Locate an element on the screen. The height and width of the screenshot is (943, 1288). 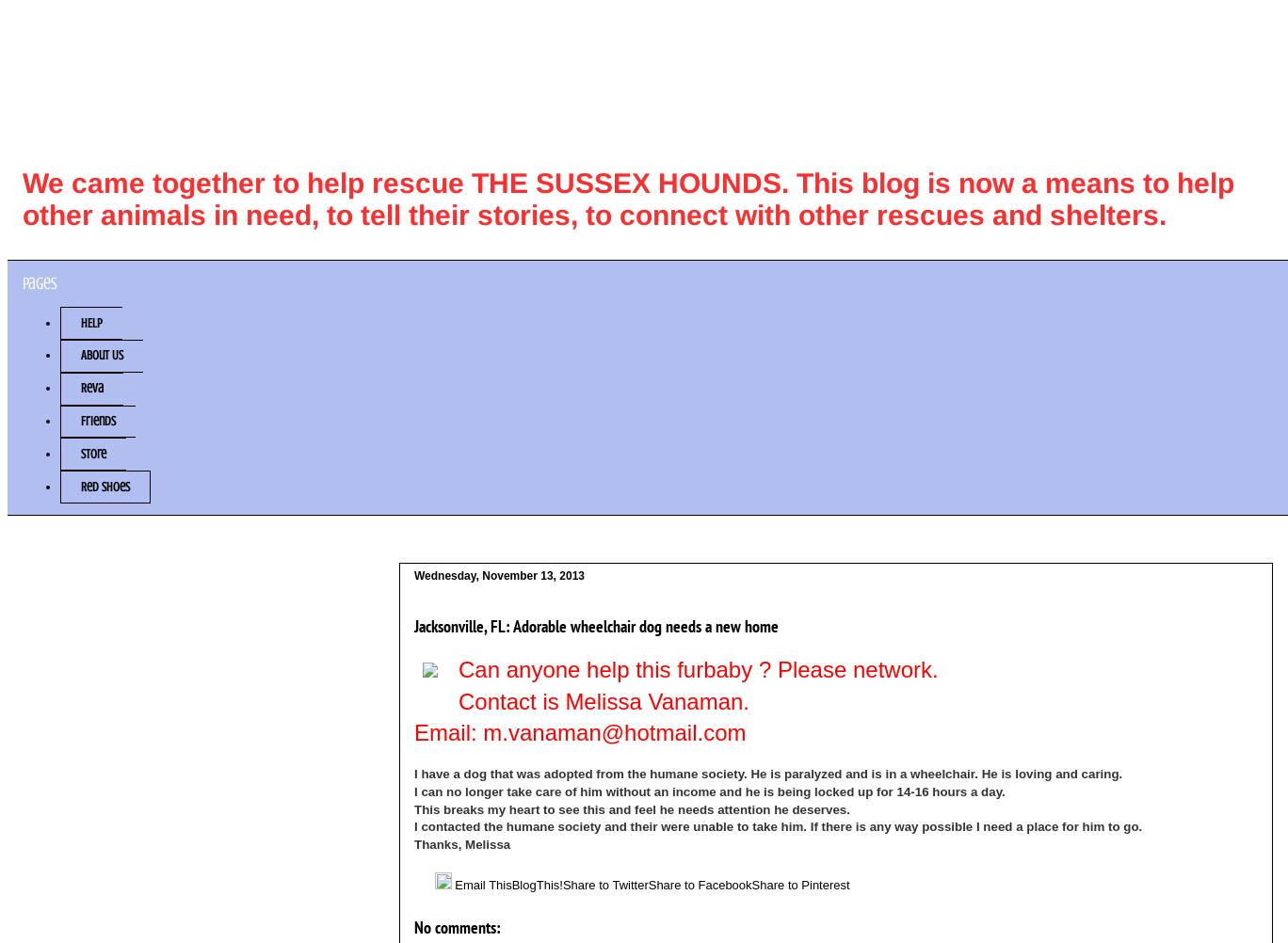
'I can no longer take care of him without an income and he is being locked up for 14-16 hours a day.' is located at coordinates (709, 791).